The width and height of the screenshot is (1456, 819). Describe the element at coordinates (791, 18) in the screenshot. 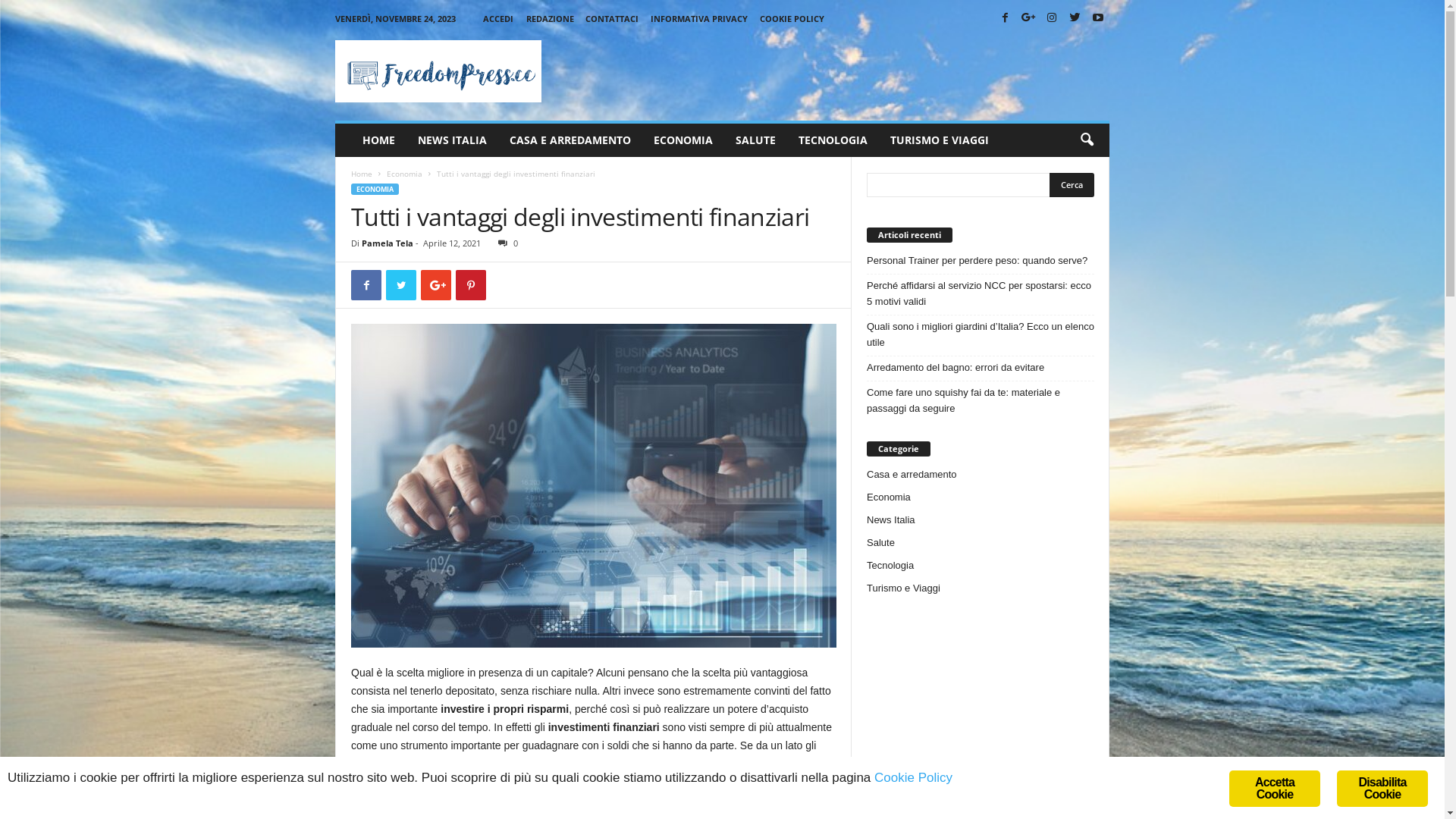

I see `'COOKIE POLICY'` at that location.